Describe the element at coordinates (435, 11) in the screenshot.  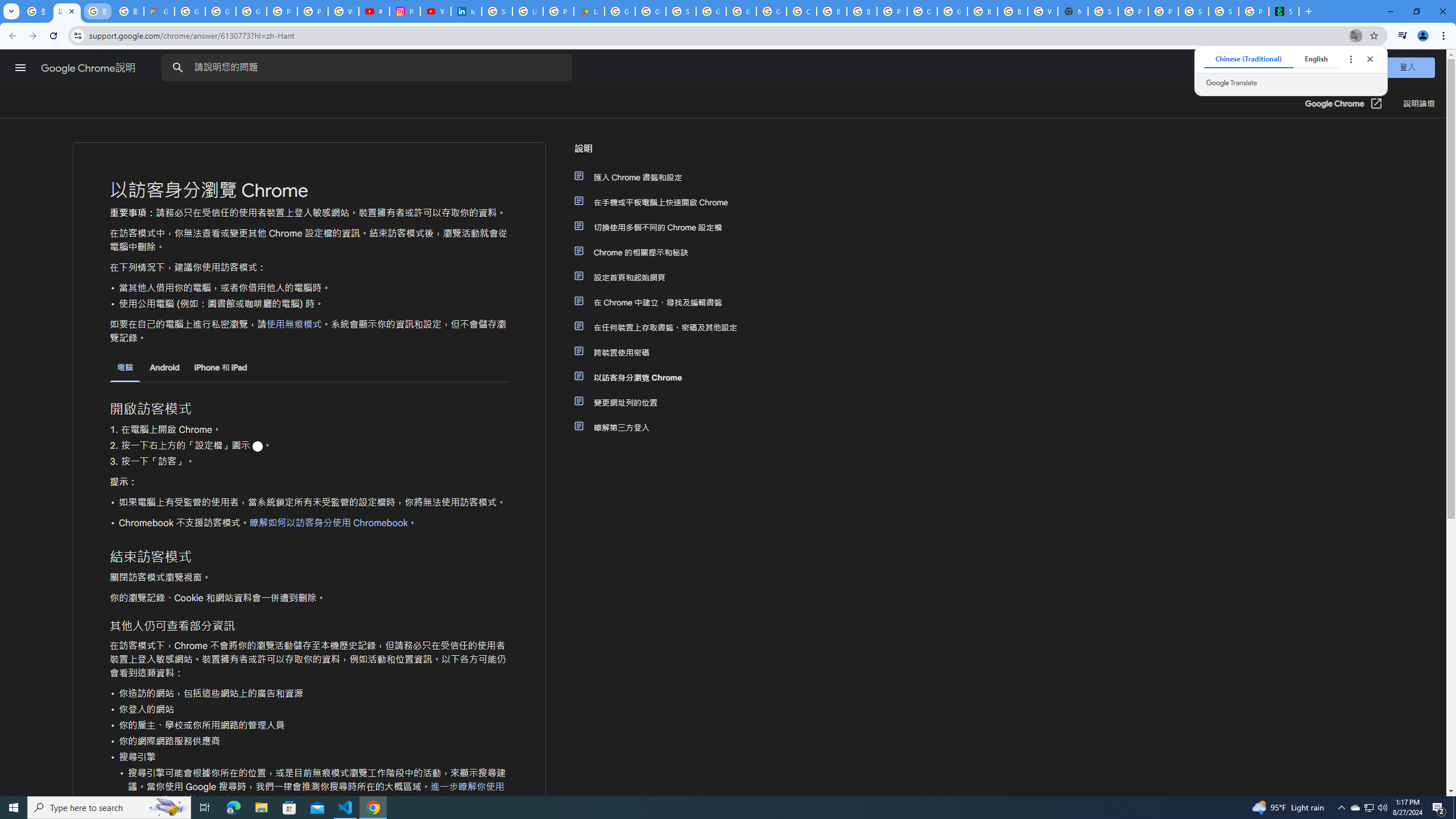
I see `'YouTube Culture & Trends - On The Rise: Handcam Videos'` at that location.